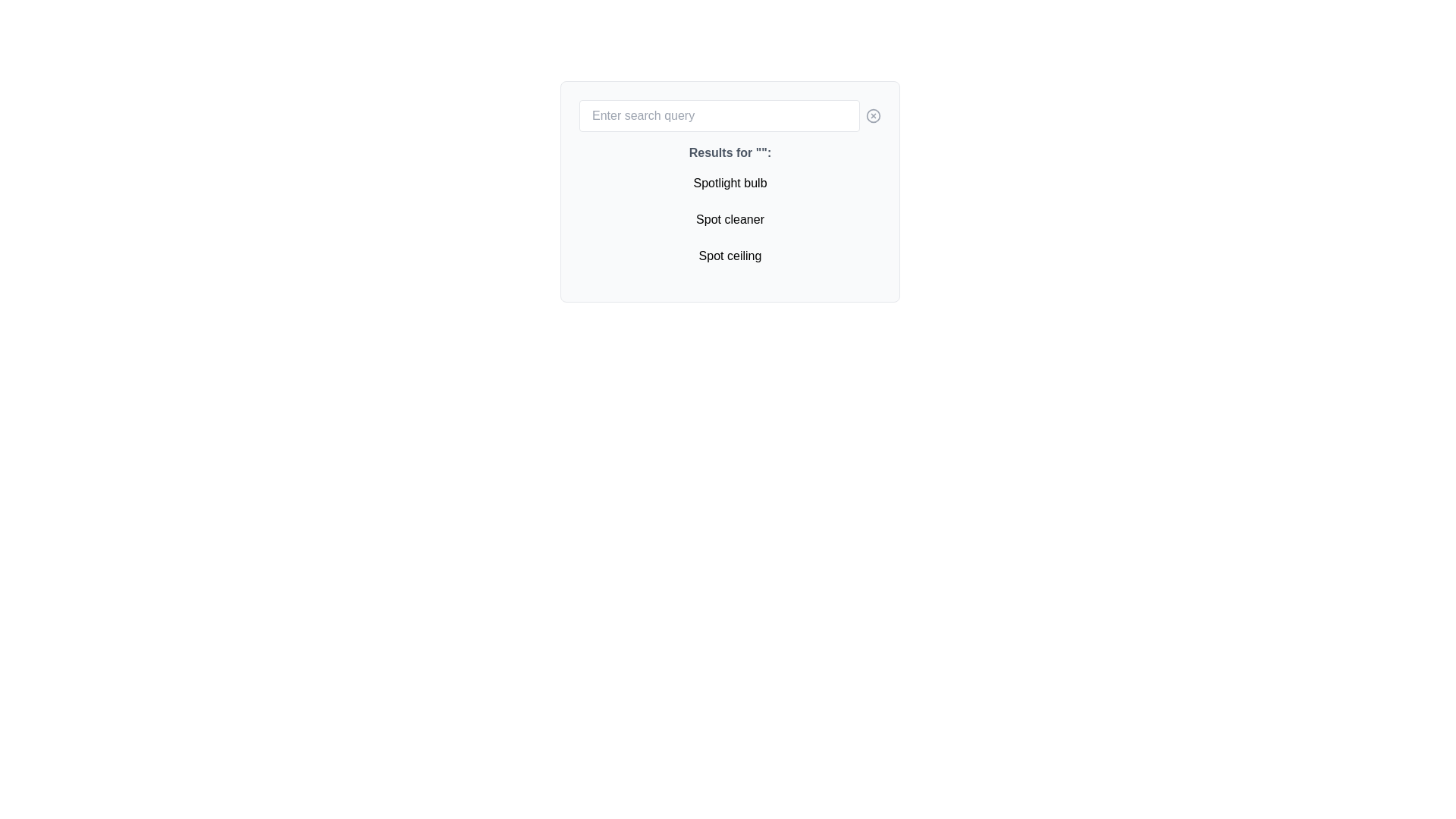  What do you see at coordinates (741, 255) in the screenshot?
I see `the character 'i' in the text 'Spot ceiling', which is the 13th character and is part of the selectable options under the heading 'Results for ""'` at bounding box center [741, 255].